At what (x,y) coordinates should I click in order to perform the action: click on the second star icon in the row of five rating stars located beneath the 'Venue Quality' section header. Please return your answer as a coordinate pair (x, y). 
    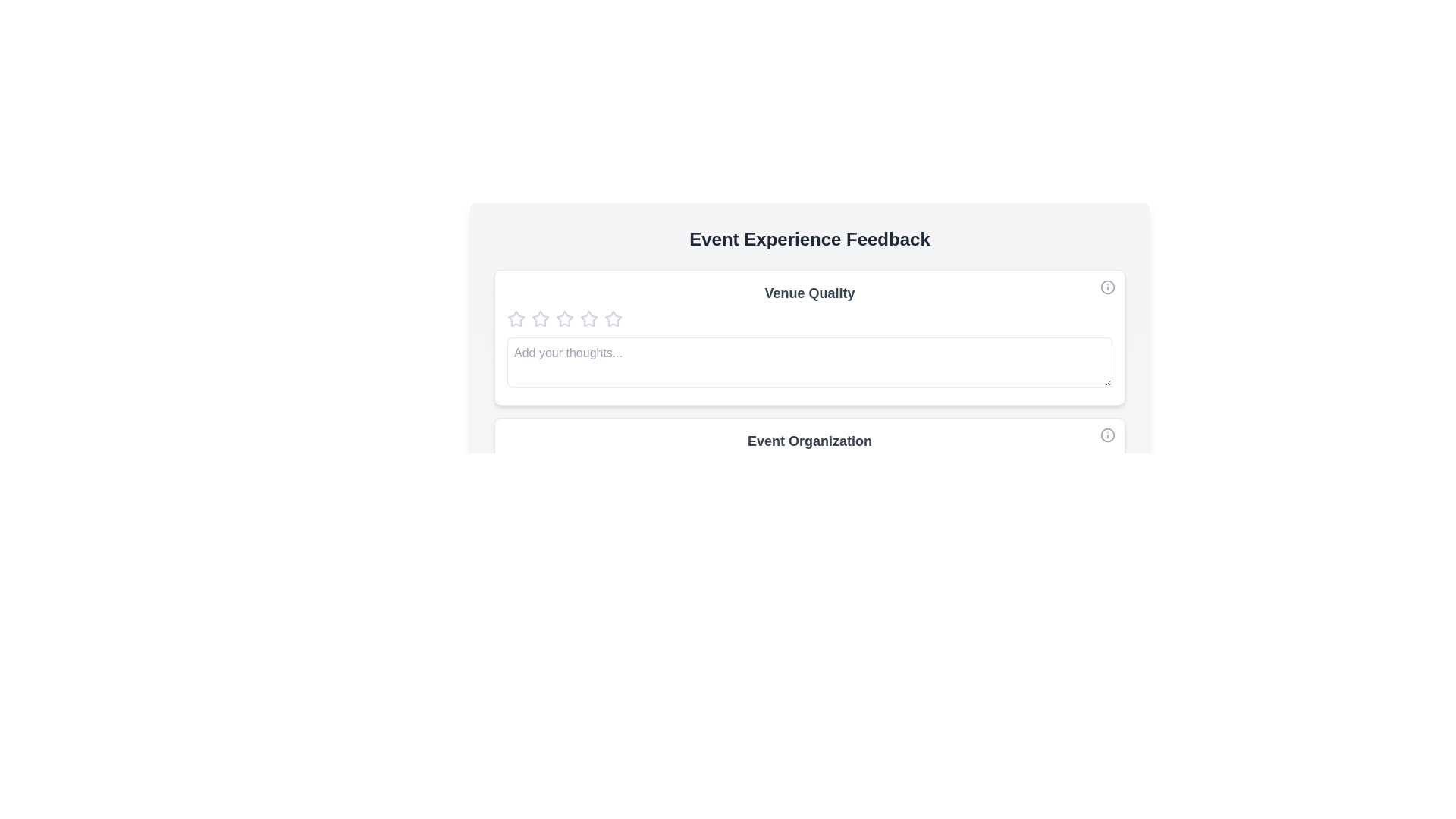
    Looking at the image, I should click on (563, 318).